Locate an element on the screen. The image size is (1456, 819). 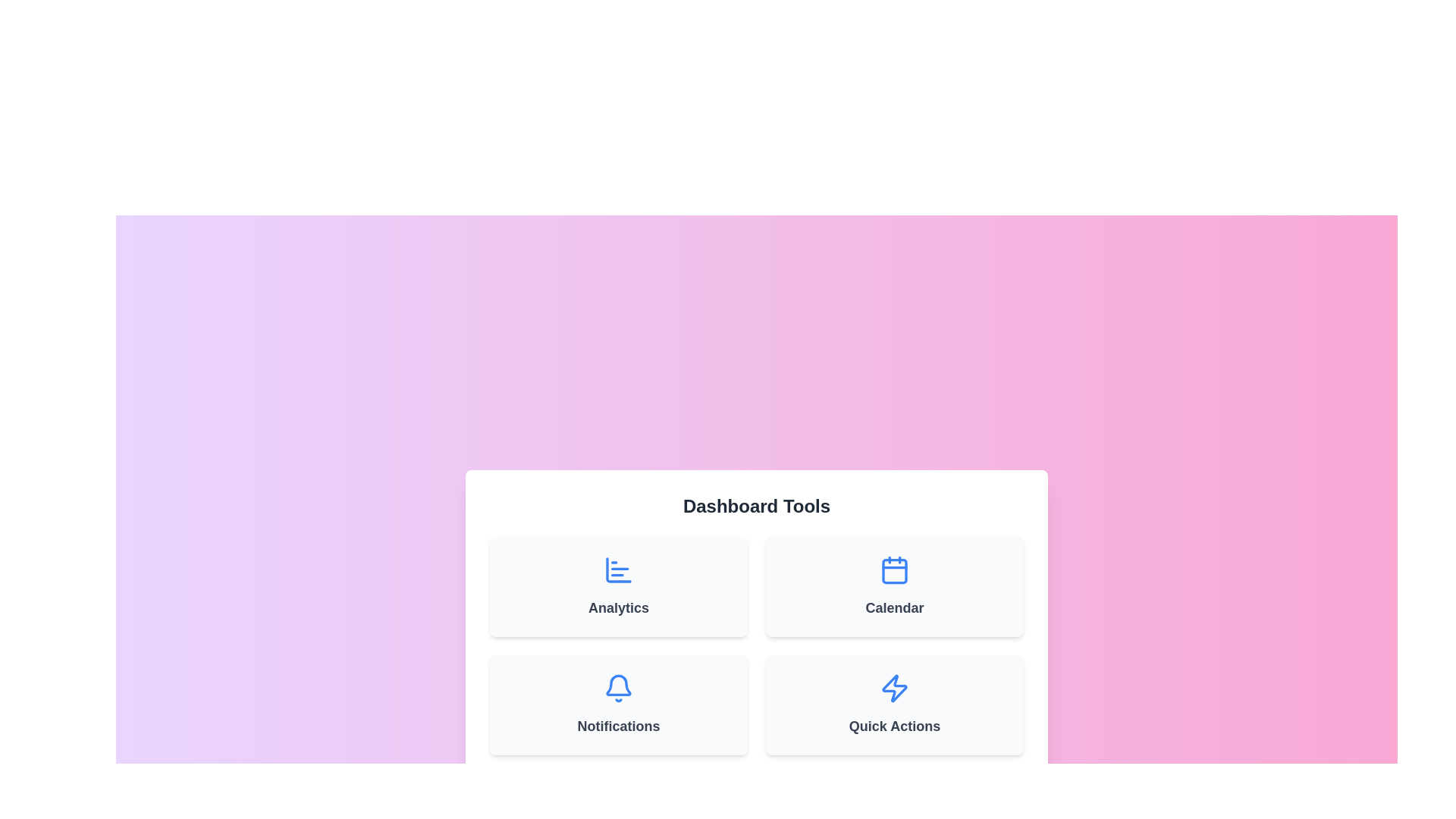
the blue linear design icon that resembles a chart or graph, located in the center area of the top-left quadrant of the dashboard tools section within the 'Analytics' box is located at coordinates (619, 570).